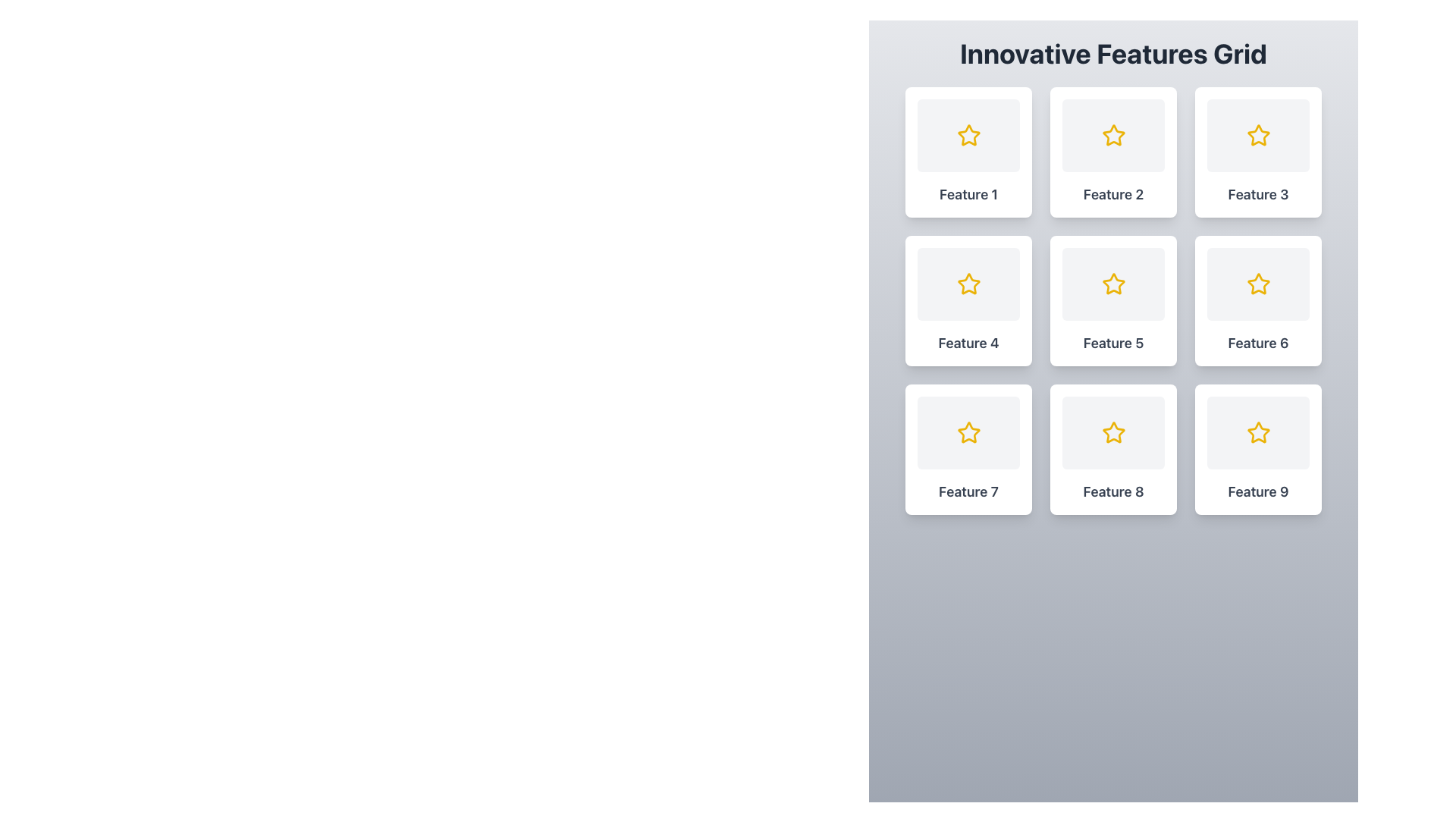 The height and width of the screenshot is (819, 1456). Describe the element at coordinates (1113, 432) in the screenshot. I see `the visual star icon with a yellow outline and hollow center, located in the second row, third column of the grid labeled 'Feature 8'` at that location.